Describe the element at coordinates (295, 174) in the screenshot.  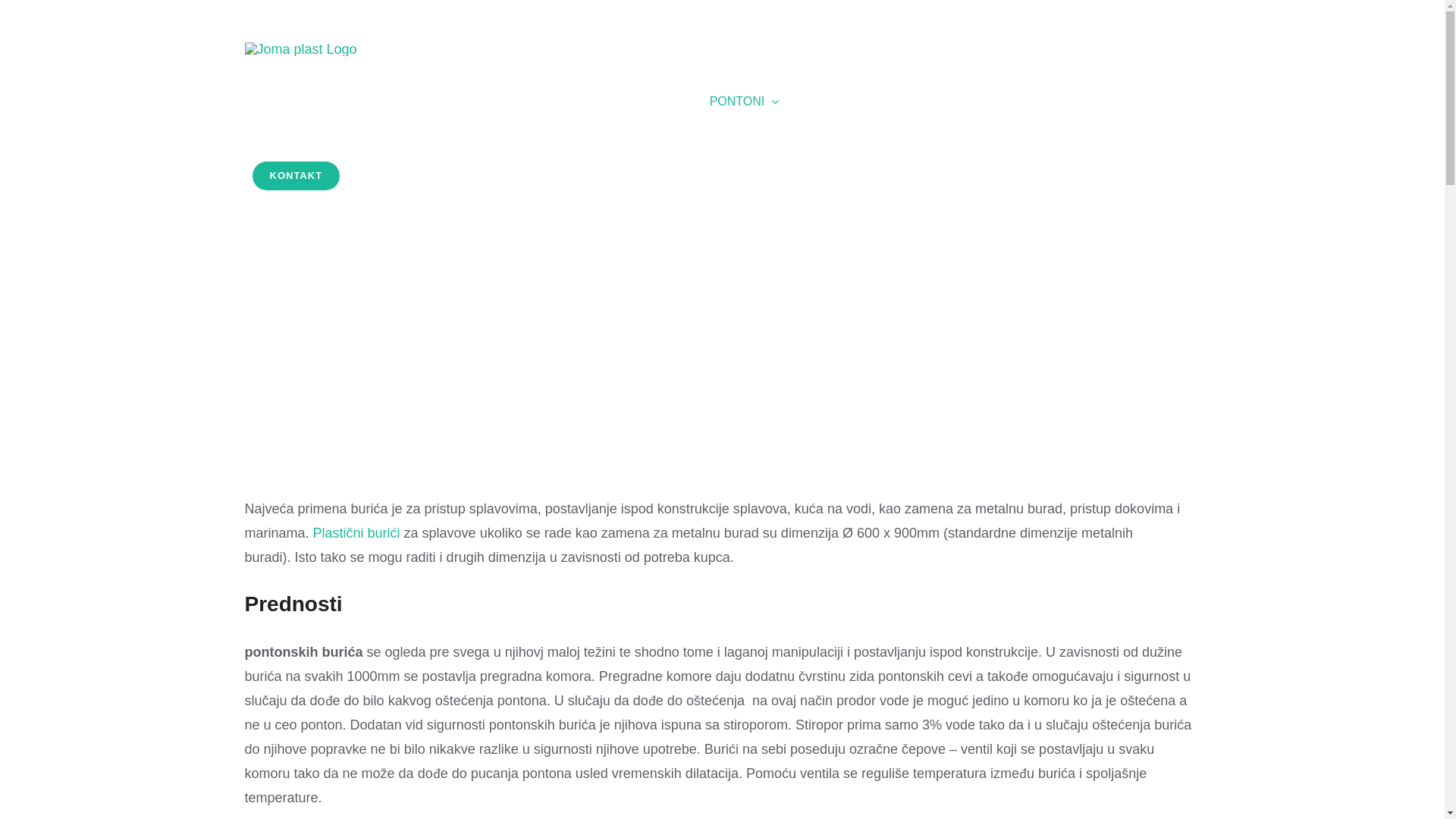
I see `'KONTAKT'` at that location.